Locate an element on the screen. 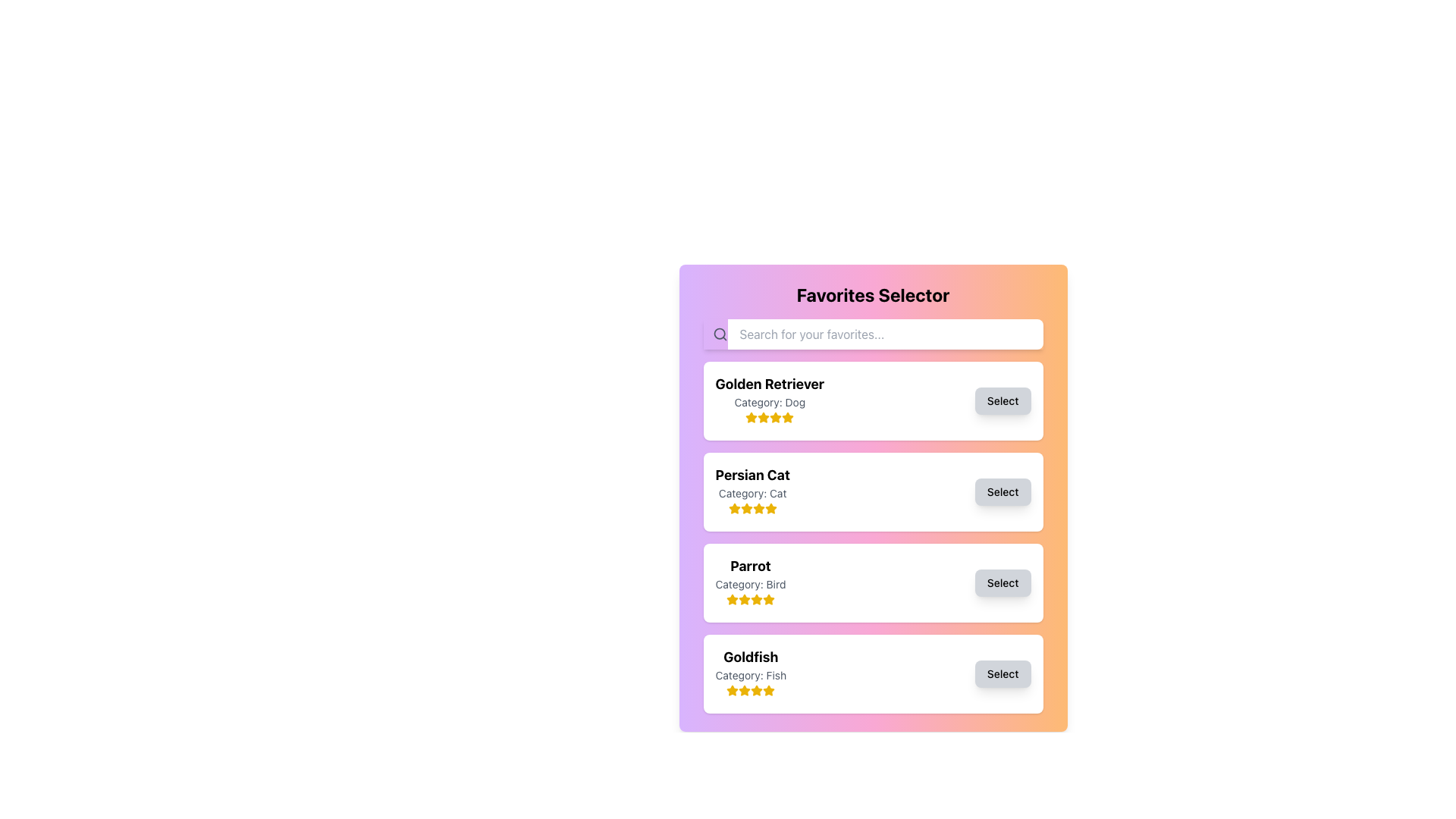 This screenshot has height=819, width=1456. the third star icon in the 5-star rating system located below the 'Persian Cat' label in the Favorites Selector section is located at coordinates (746, 509).